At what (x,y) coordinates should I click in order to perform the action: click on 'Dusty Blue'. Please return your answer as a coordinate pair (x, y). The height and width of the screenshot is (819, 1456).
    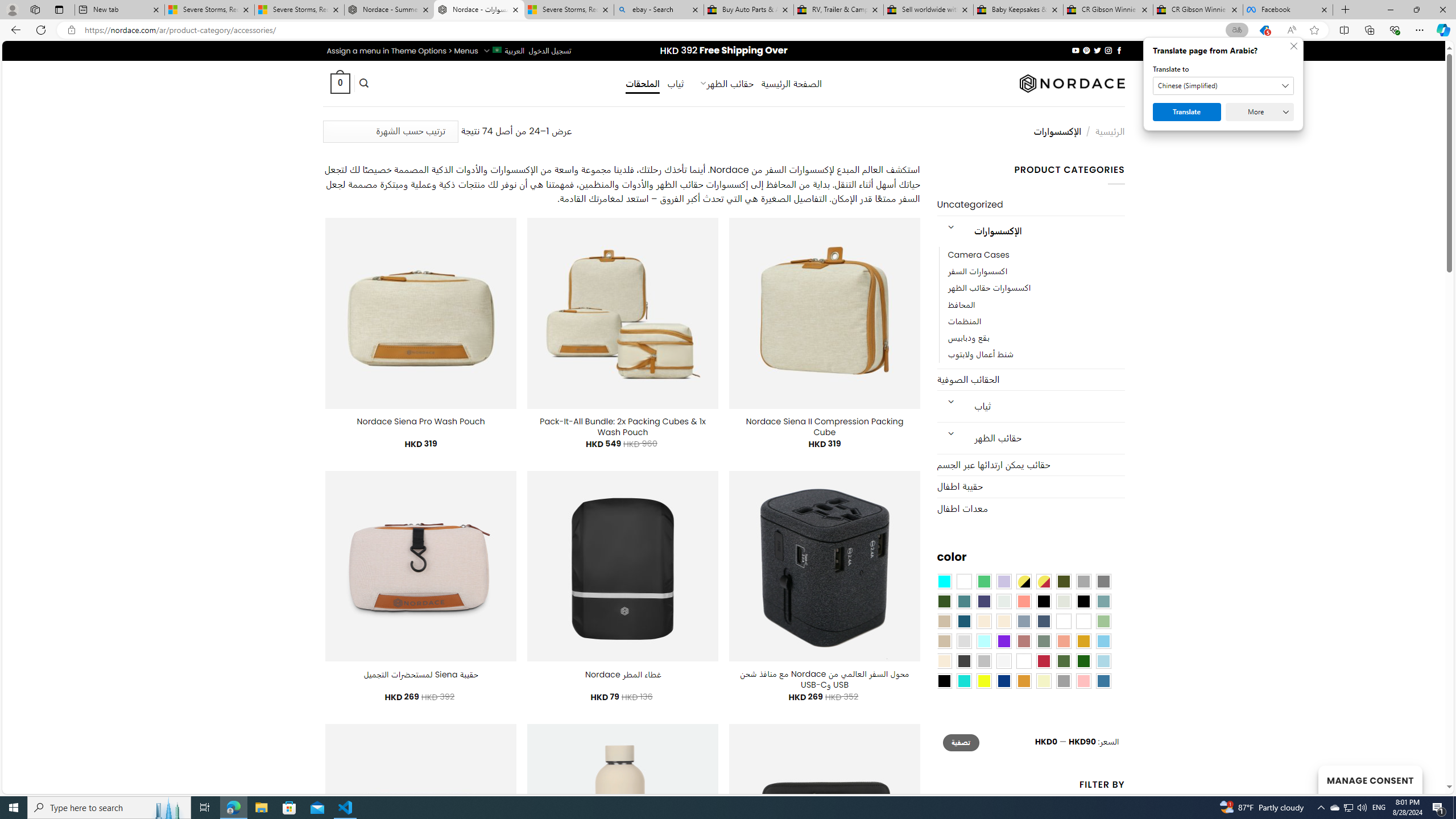
    Looking at the image, I should click on (1023, 621).